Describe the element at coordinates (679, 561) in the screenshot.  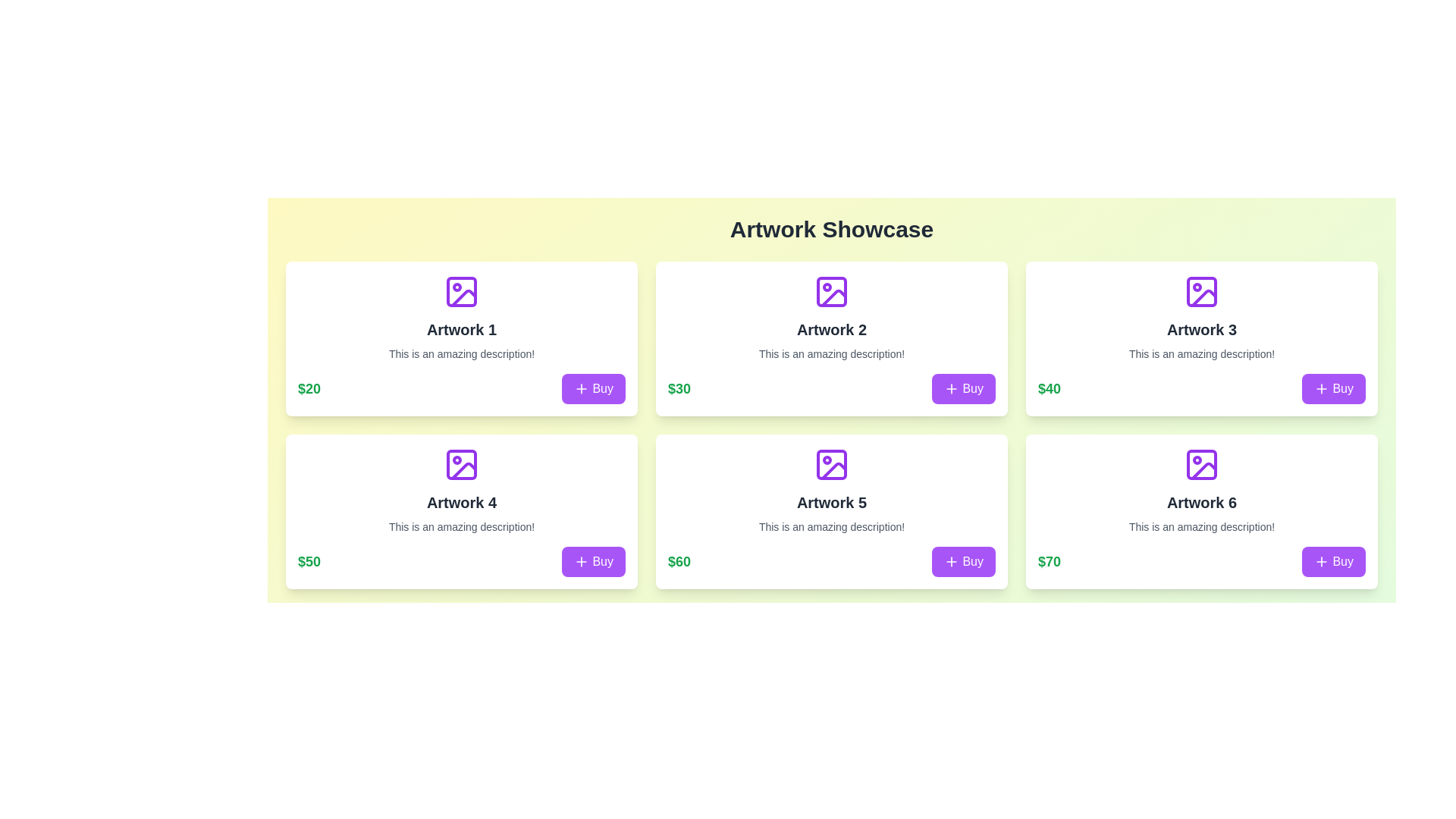
I see `the price Text Label displaying the cost of the artwork in the card for 'Artwork 5', located in the bottom-left corner adjacent to the '+ Buy' button` at that location.